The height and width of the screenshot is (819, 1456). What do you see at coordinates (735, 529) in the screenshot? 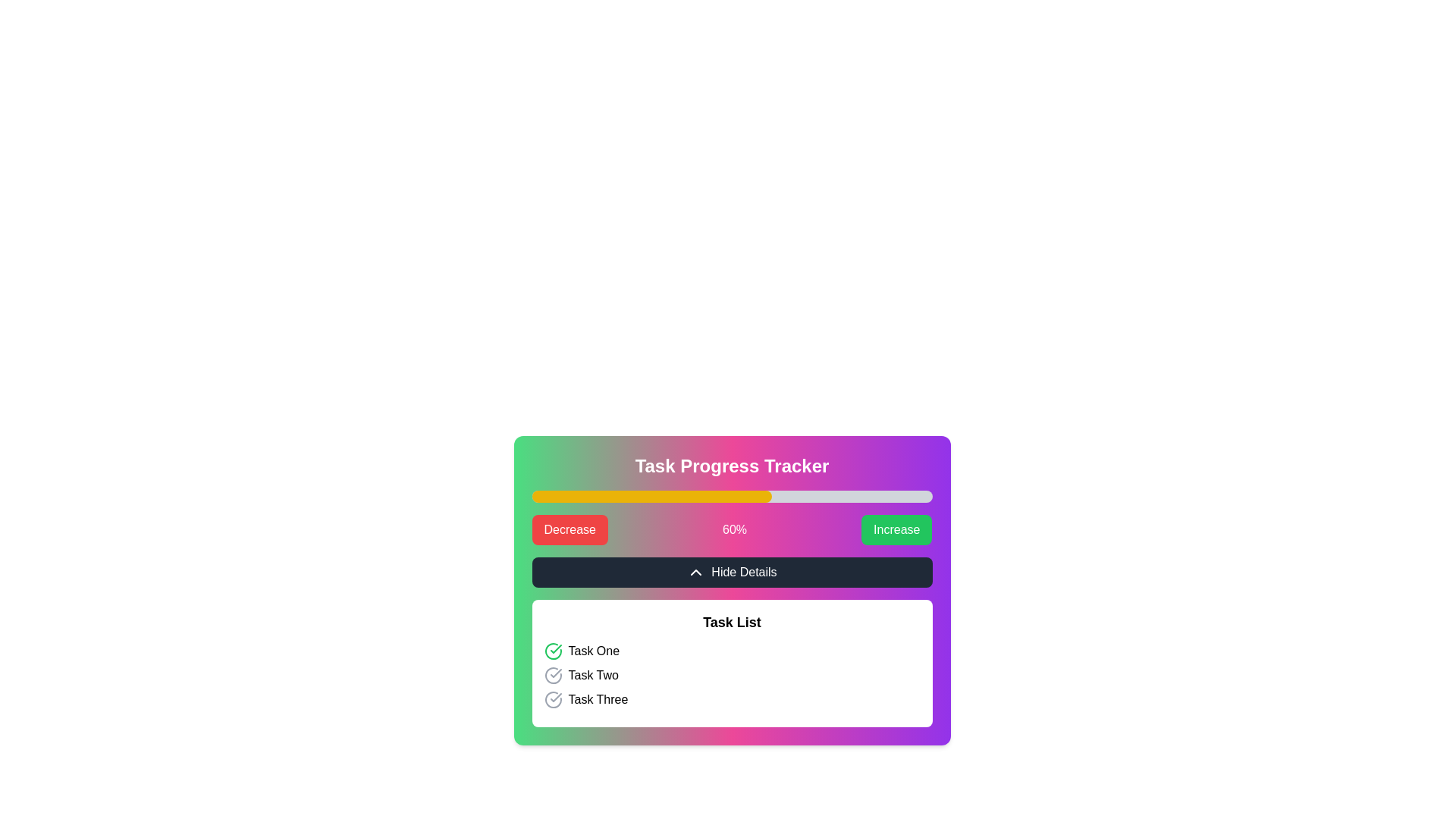
I see `the static text label that displays a percentage value, located horizontally between the 'Decrease' button on the left and the 'Increase' button on the right, slightly below a progress tracker and above the 'Hide Details' section` at bounding box center [735, 529].